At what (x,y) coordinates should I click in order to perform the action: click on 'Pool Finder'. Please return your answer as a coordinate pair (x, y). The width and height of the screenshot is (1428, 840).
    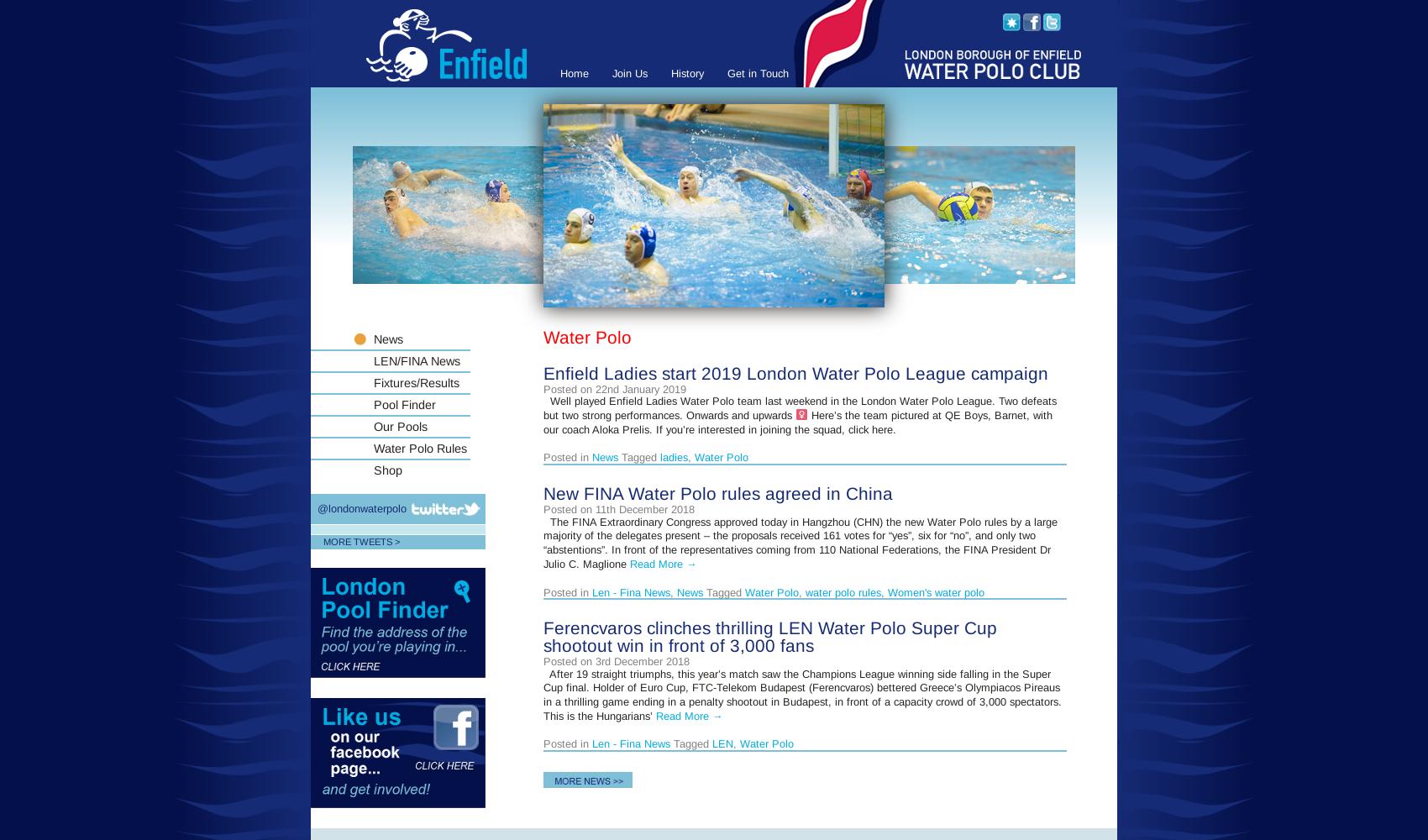
    Looking at the image, I should click on (404, 404).